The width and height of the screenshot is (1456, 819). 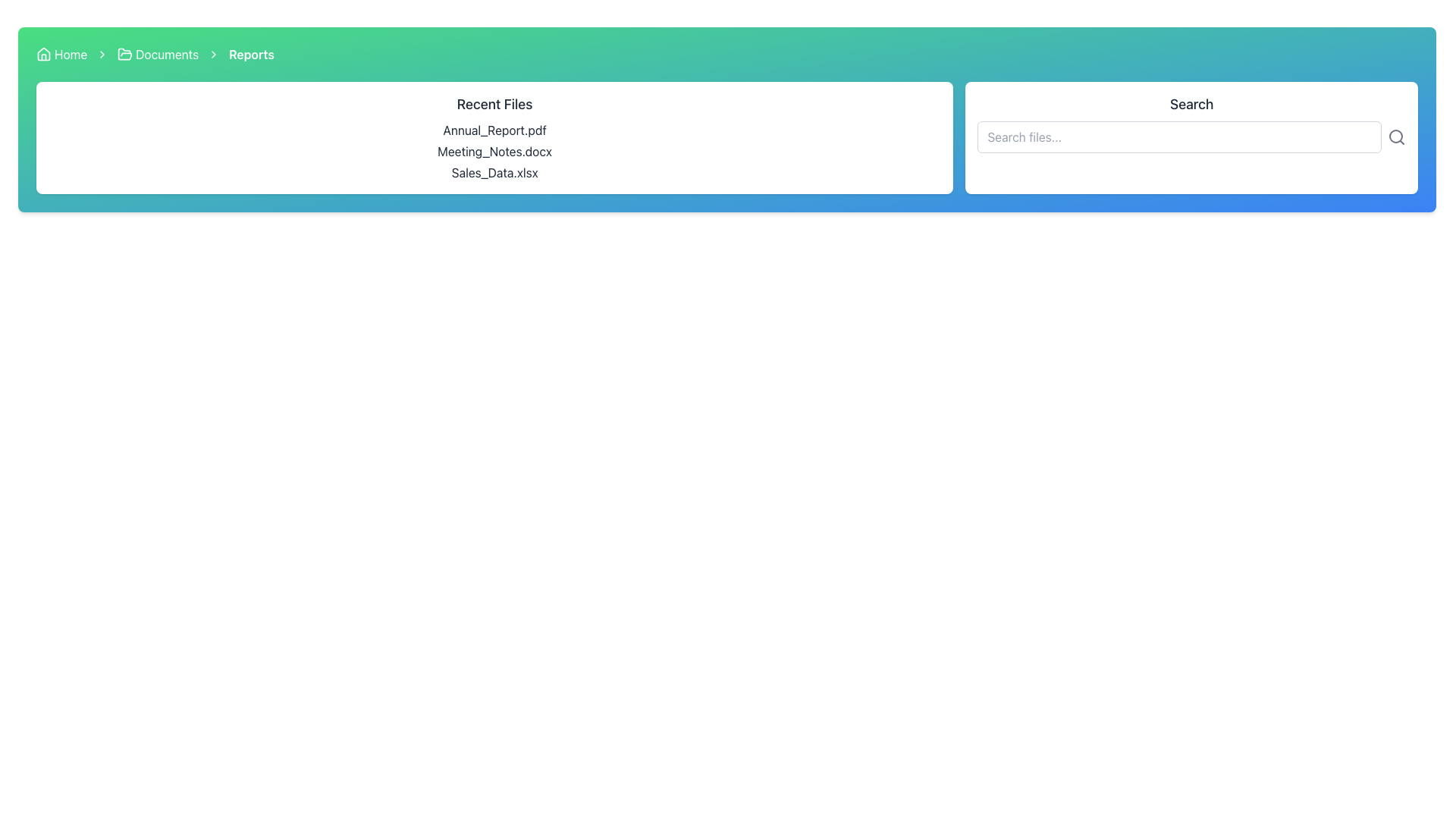 What do you see at coordinates (494, 104) in the screenshot?
I see `'Recent Files' text label, which serves as a header for the list of recent files displayed below it` at bounding box center [494, 104].